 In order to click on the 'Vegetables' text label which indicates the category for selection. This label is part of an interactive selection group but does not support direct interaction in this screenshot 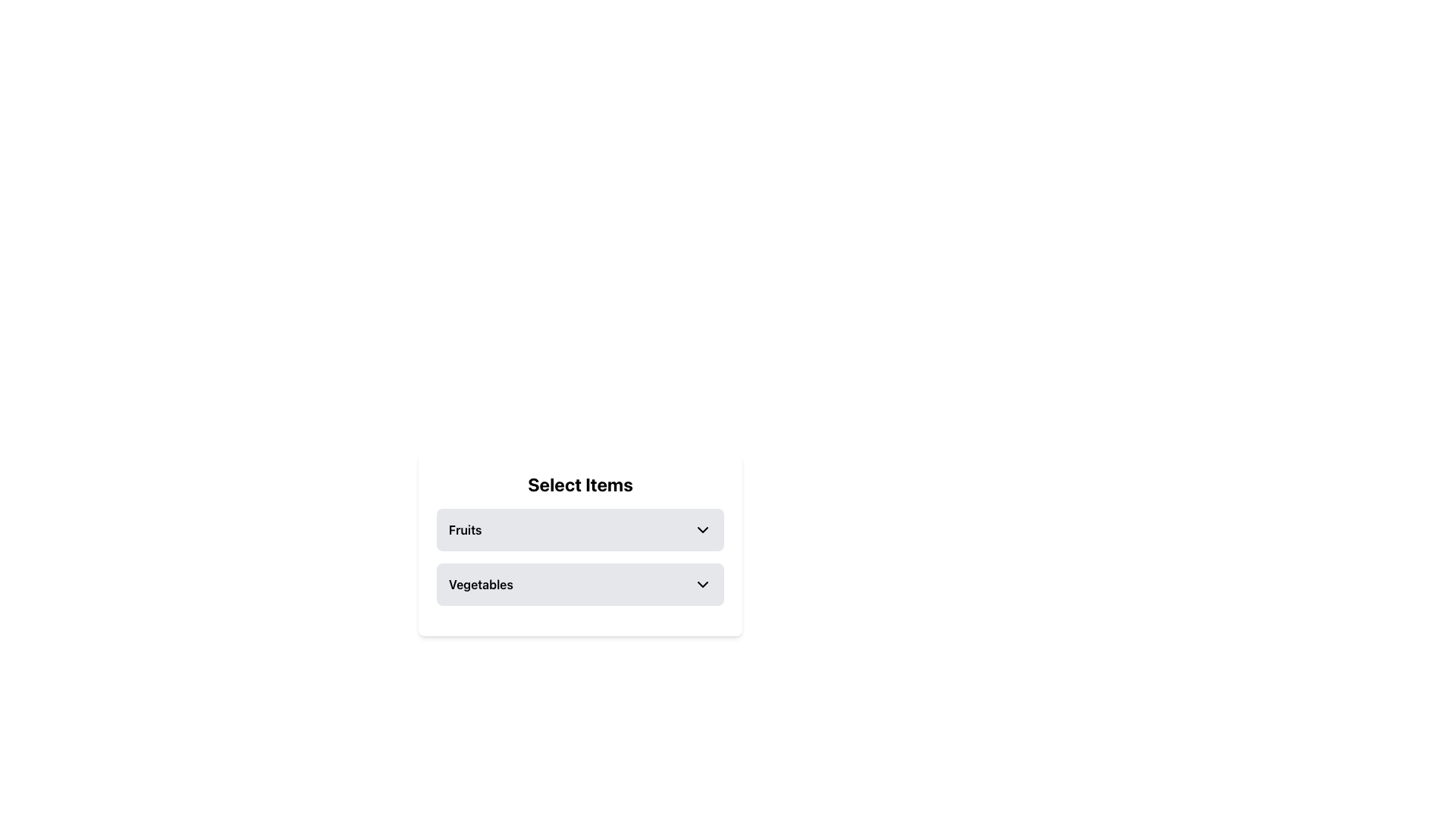, I will do `click(480, 584)`.